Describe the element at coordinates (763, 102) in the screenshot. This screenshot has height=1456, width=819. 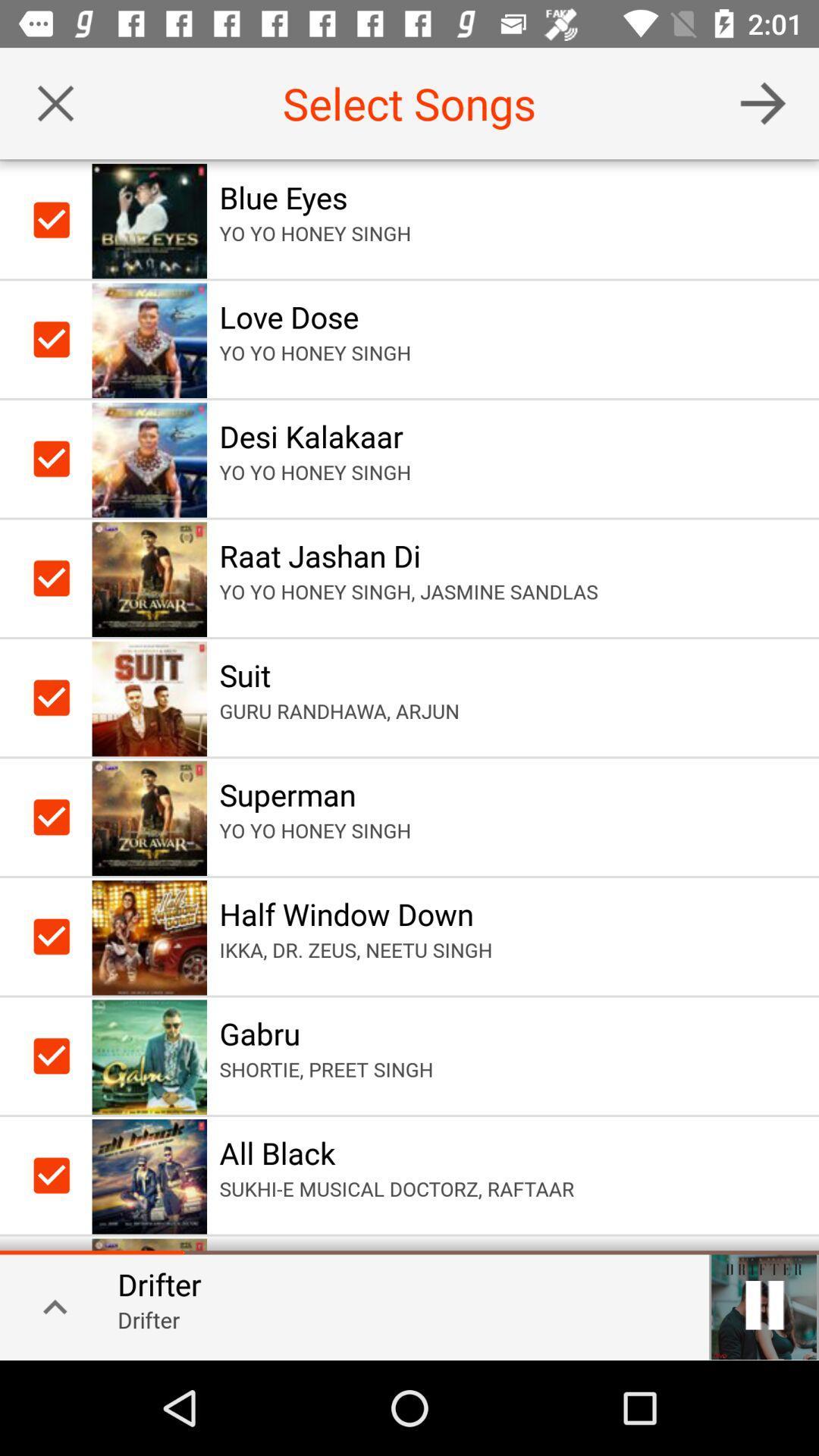
I see `next page` at that location.